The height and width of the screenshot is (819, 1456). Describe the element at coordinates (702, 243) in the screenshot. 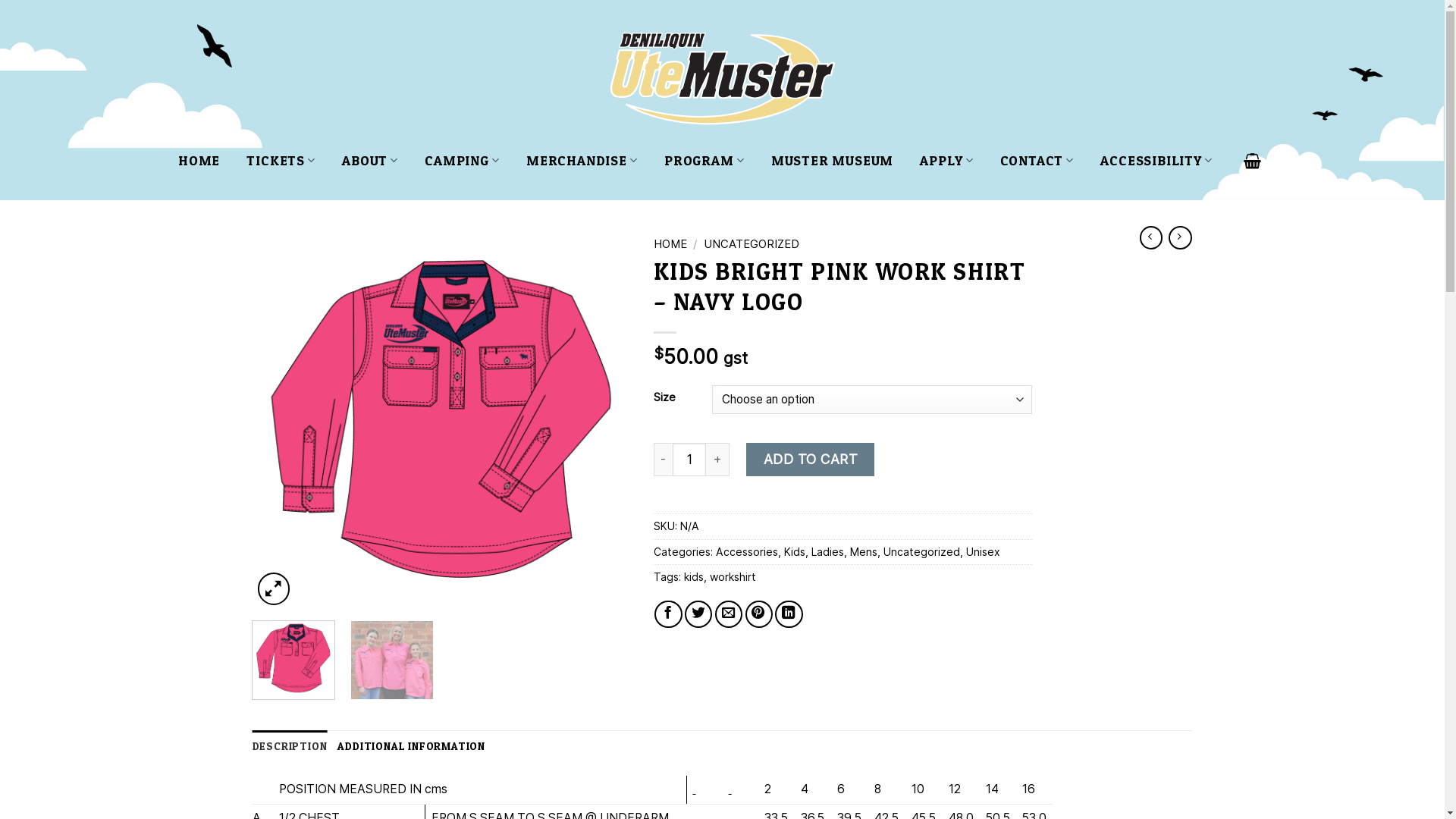

I see `'UNCATEGORIZED'` at that location.